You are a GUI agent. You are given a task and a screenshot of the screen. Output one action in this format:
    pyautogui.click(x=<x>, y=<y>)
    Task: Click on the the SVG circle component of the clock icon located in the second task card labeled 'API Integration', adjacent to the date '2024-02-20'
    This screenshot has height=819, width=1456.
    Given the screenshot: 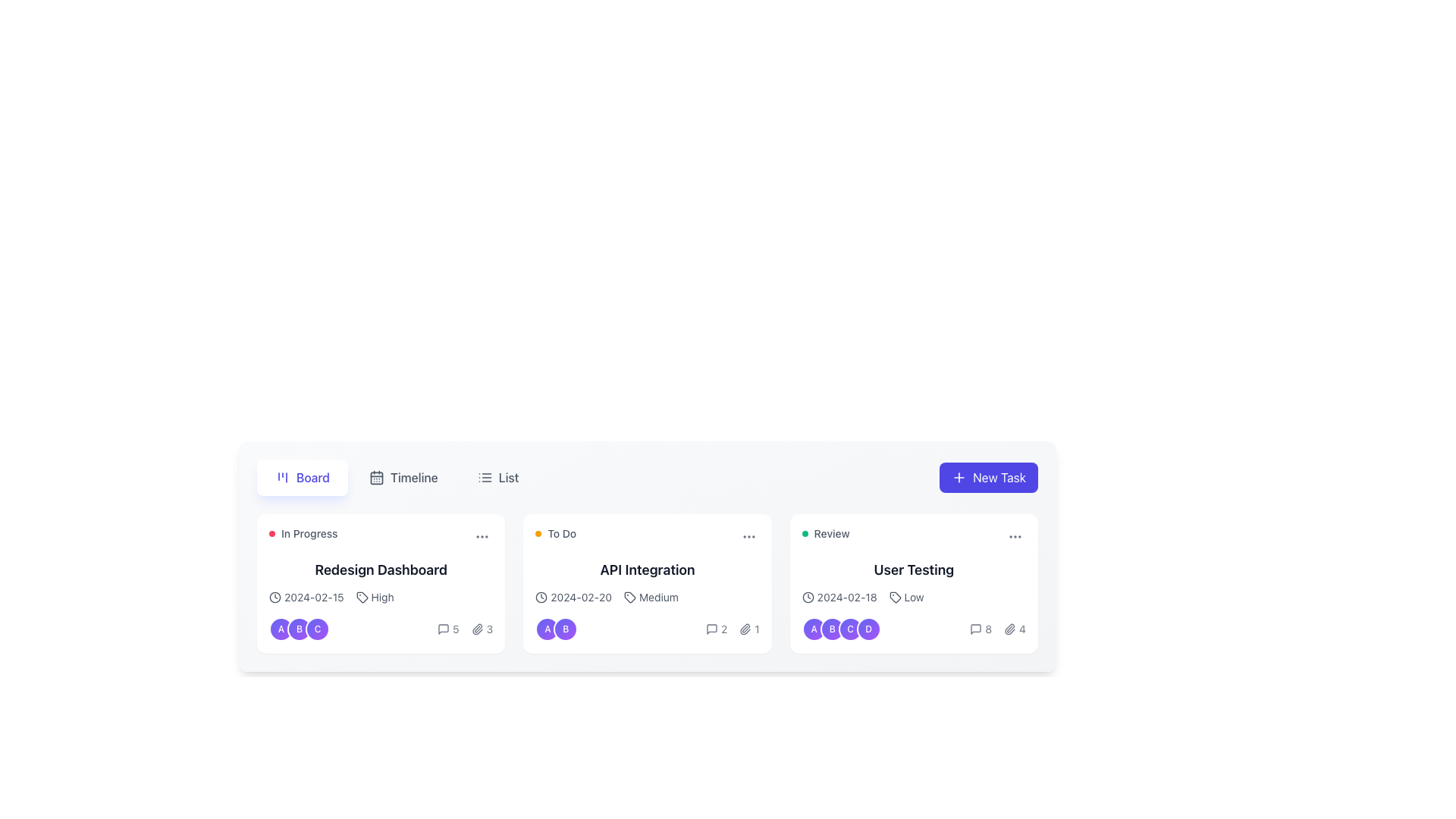 What is the action you would take?
    pyautogui.click(x=541, y=596)
    